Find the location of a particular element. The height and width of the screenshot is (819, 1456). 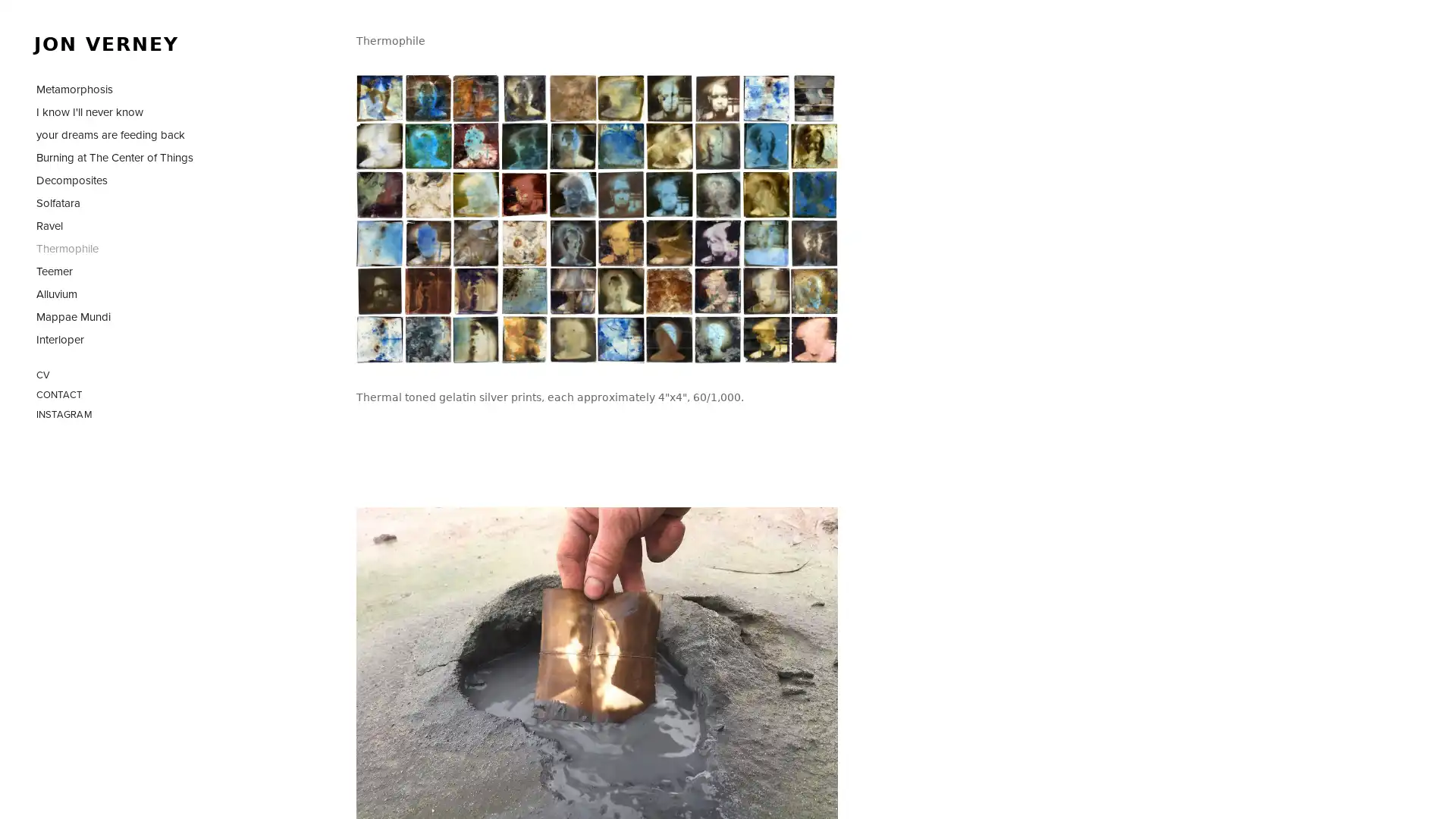

View fullsize jon_verney_thermophile_19.jpg is located at coordinates (621, 242).